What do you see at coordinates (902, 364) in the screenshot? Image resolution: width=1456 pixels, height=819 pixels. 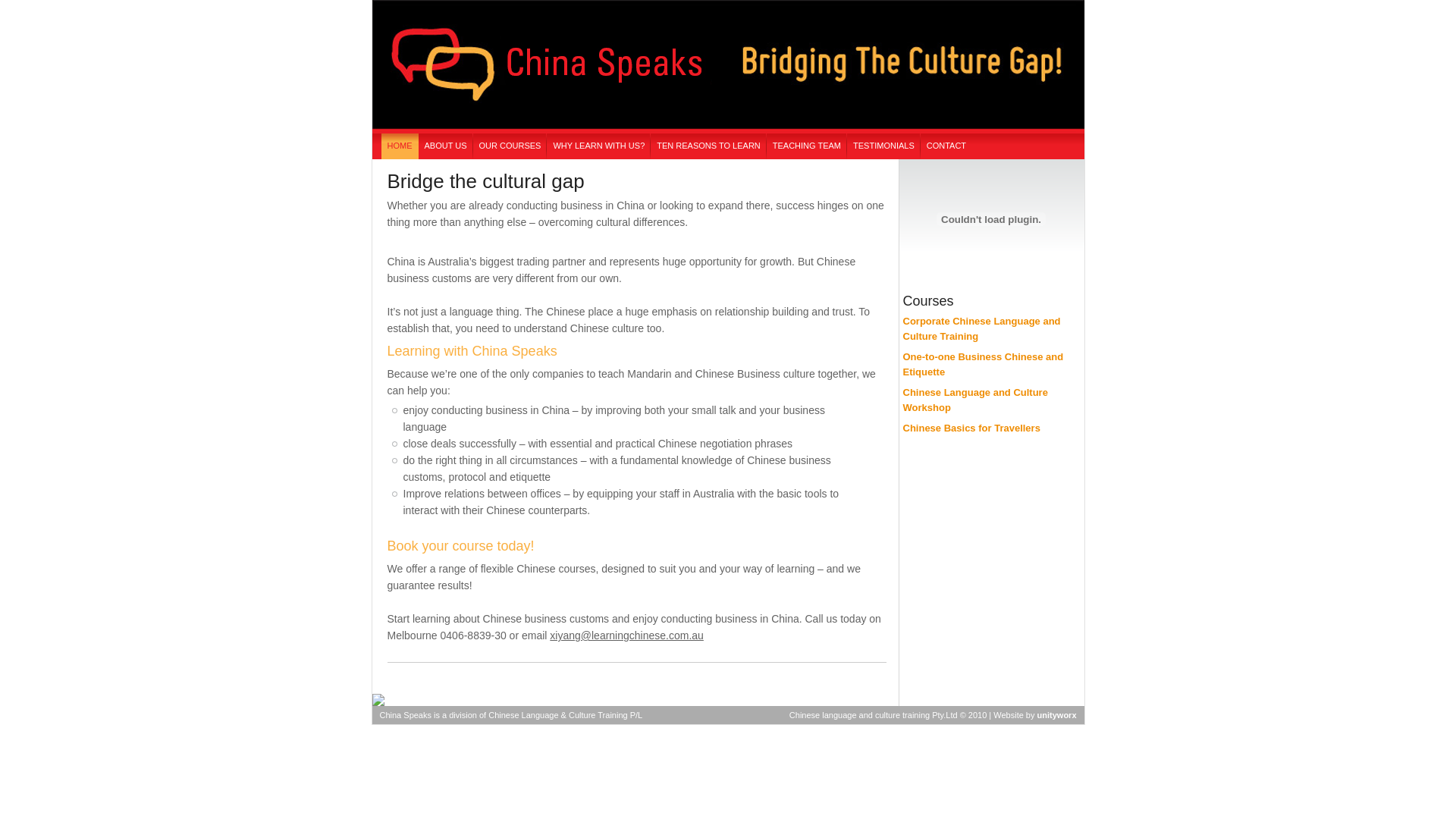 I see `'One-to-one Business Chinese and Etiquette'` at bounding box center [902, 364].